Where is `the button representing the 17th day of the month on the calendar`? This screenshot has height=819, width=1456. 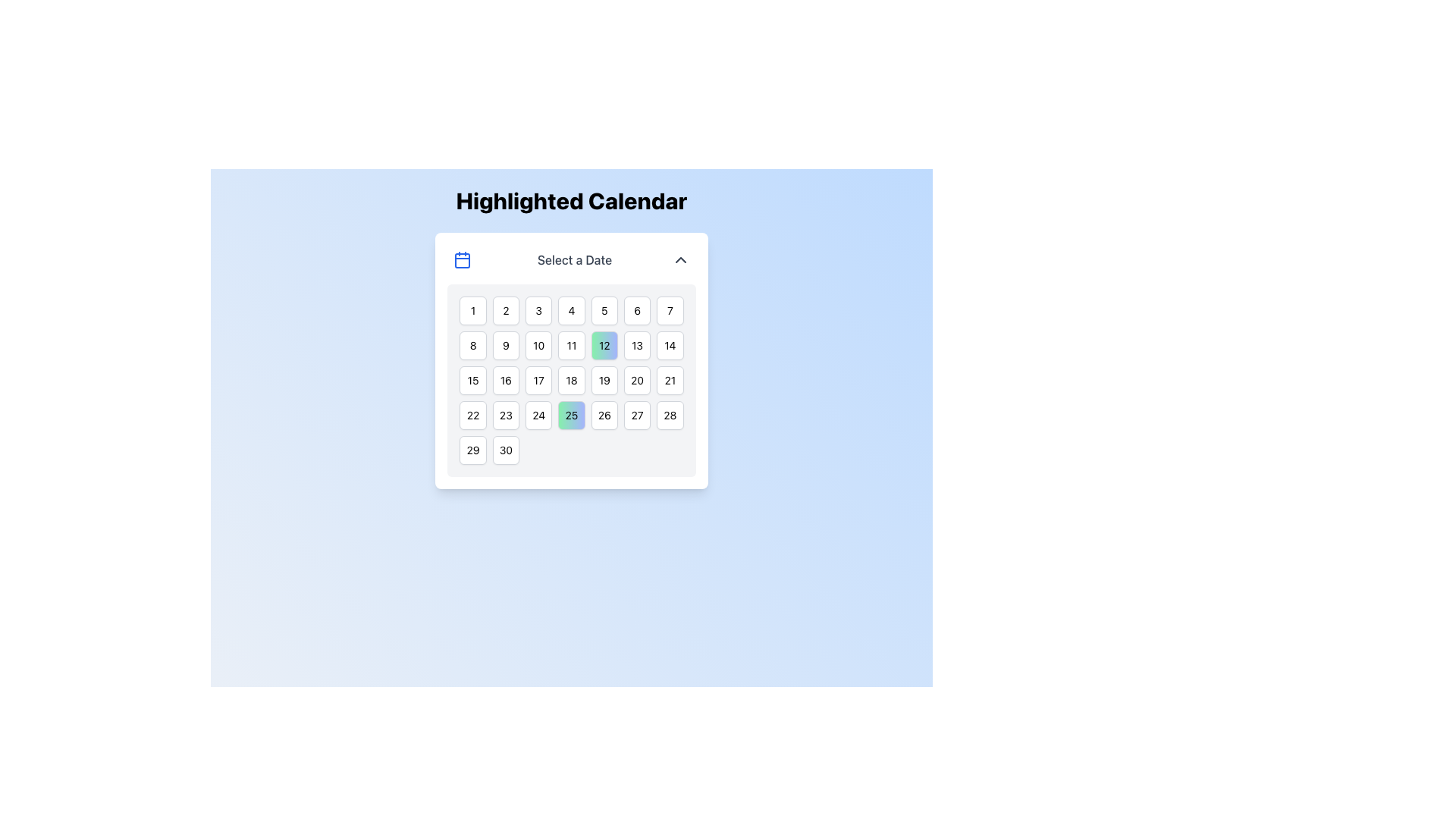
the button representing the 17th day of the month on the calendar is located at coordinates (538, 379).